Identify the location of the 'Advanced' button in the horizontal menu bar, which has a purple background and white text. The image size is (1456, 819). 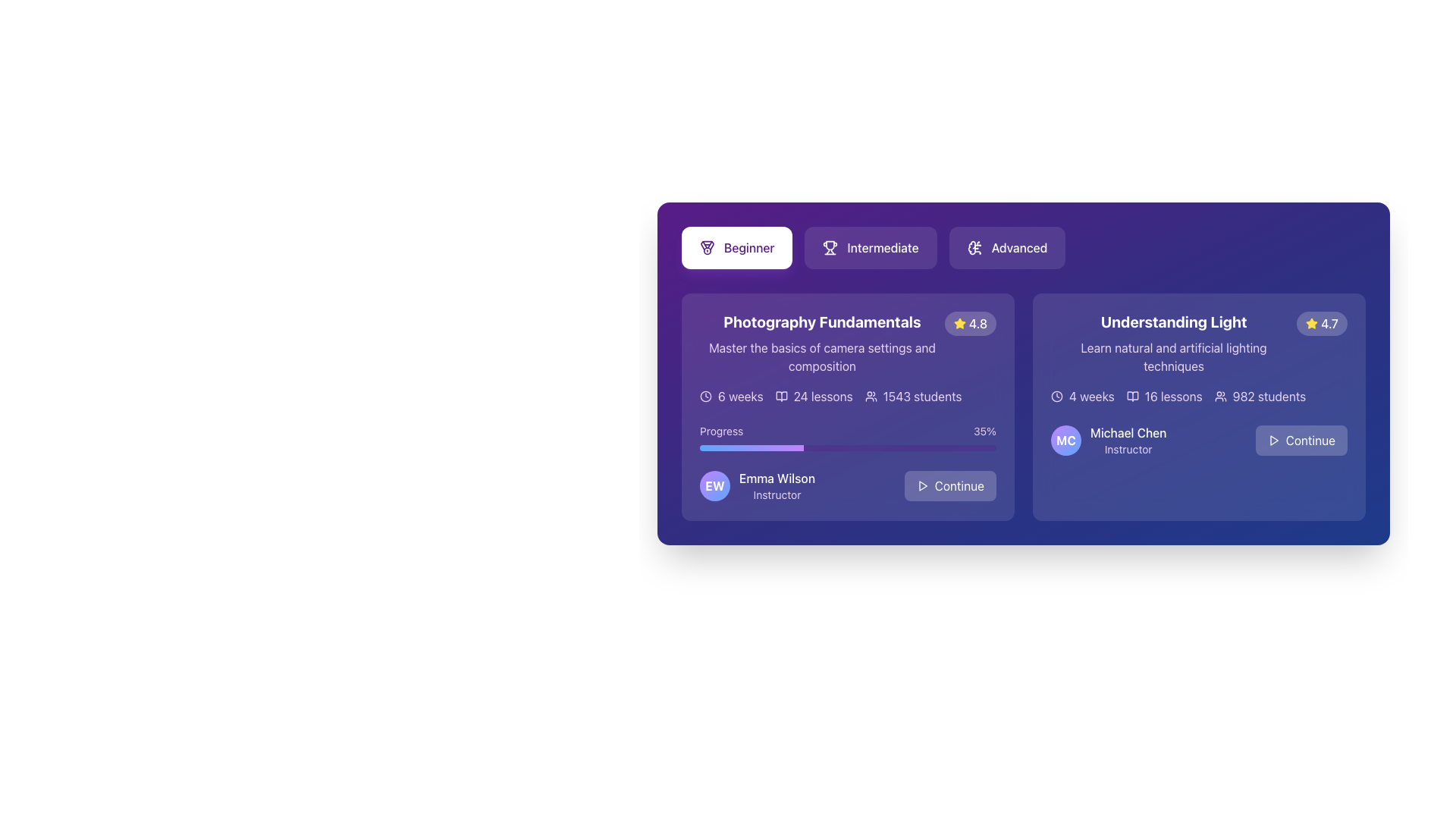
(1023, 247).